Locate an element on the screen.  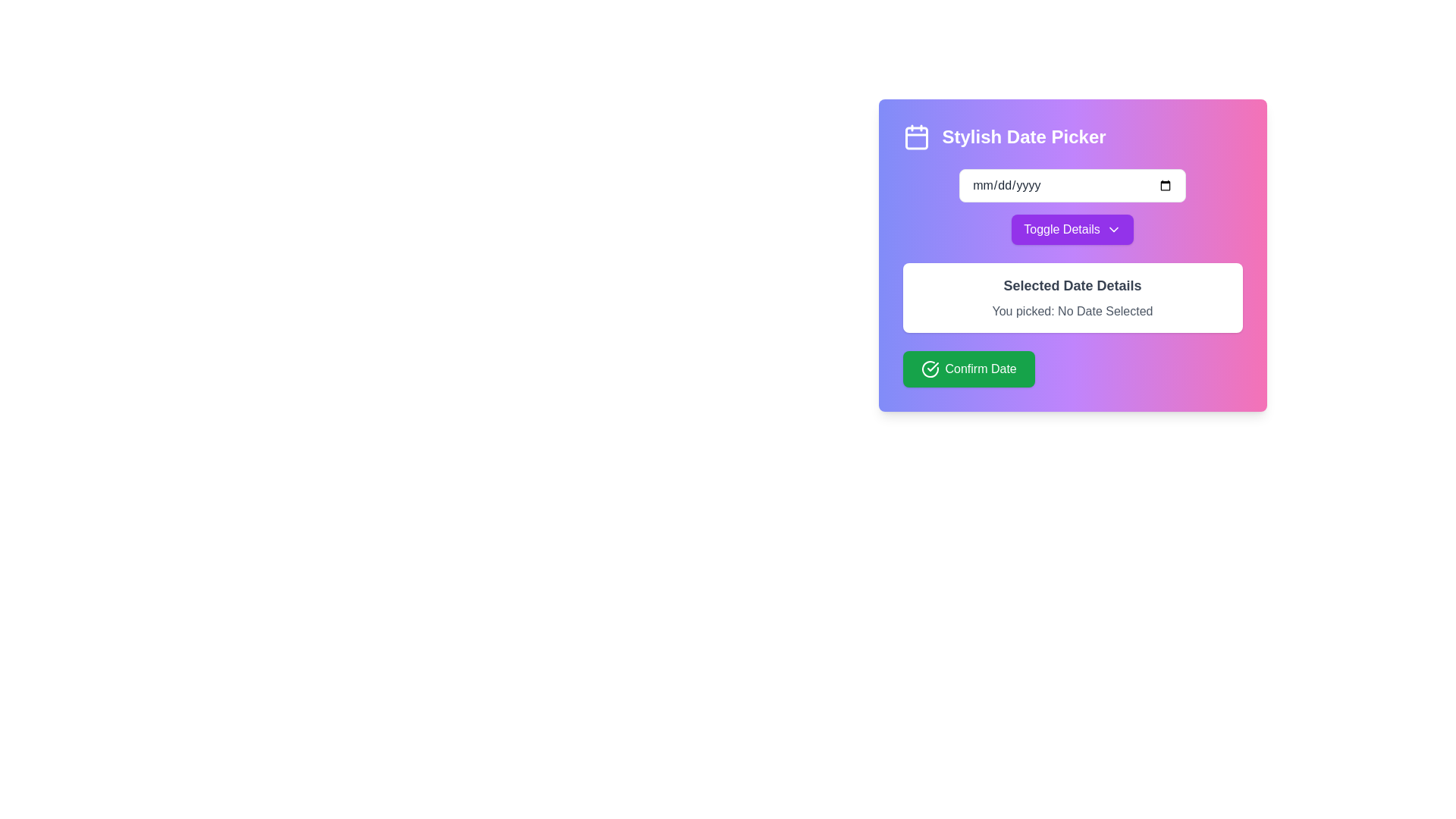
the second text block in the 'Selected Date Details' section that displays feedback about the selected date, specifically showing 'No Date Selected' is located at coordinates (1072, 311).